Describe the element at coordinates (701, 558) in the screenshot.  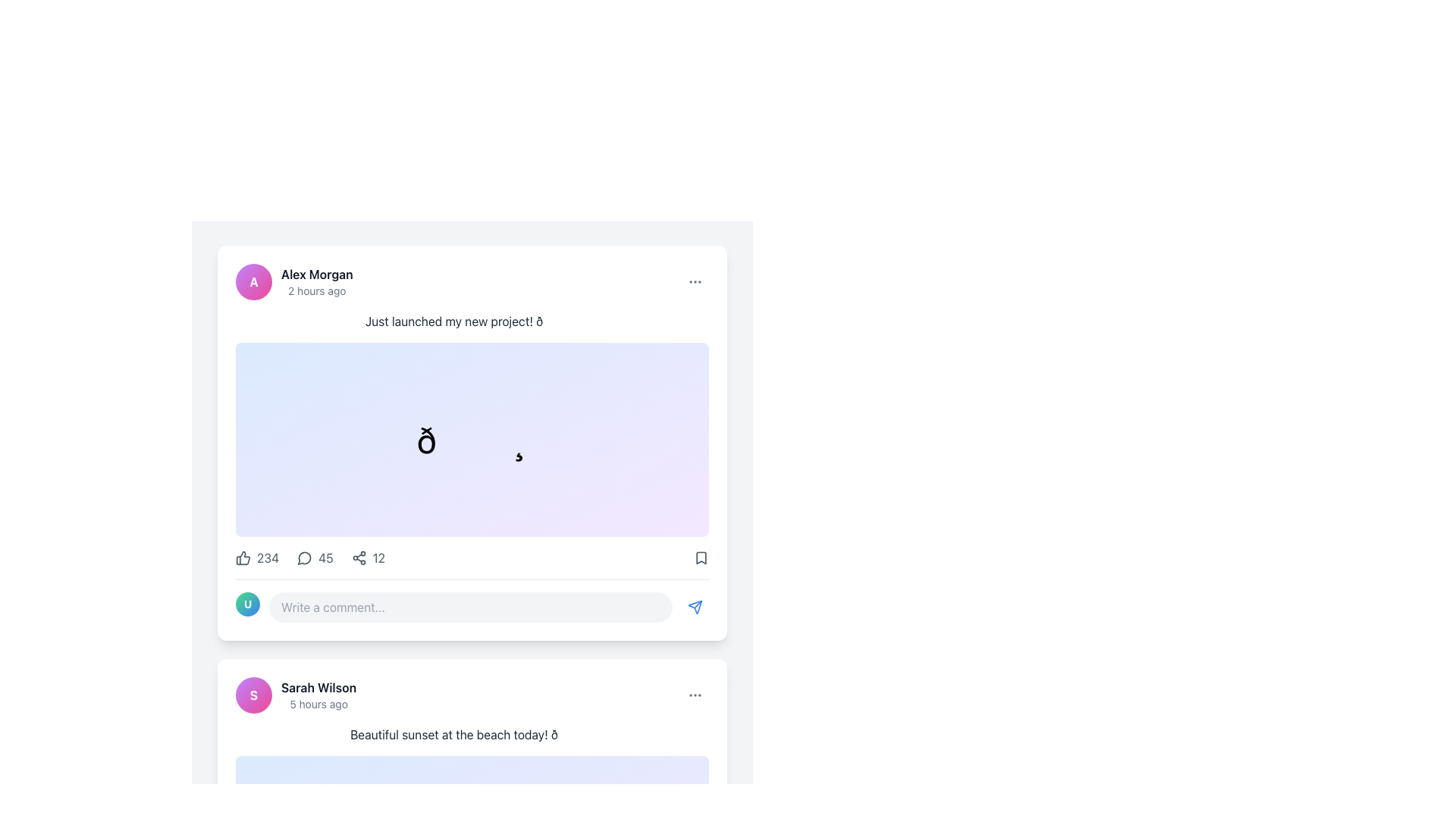
I see `the bookmarking Icon button located at the bottom-right corner of the post` at that location.